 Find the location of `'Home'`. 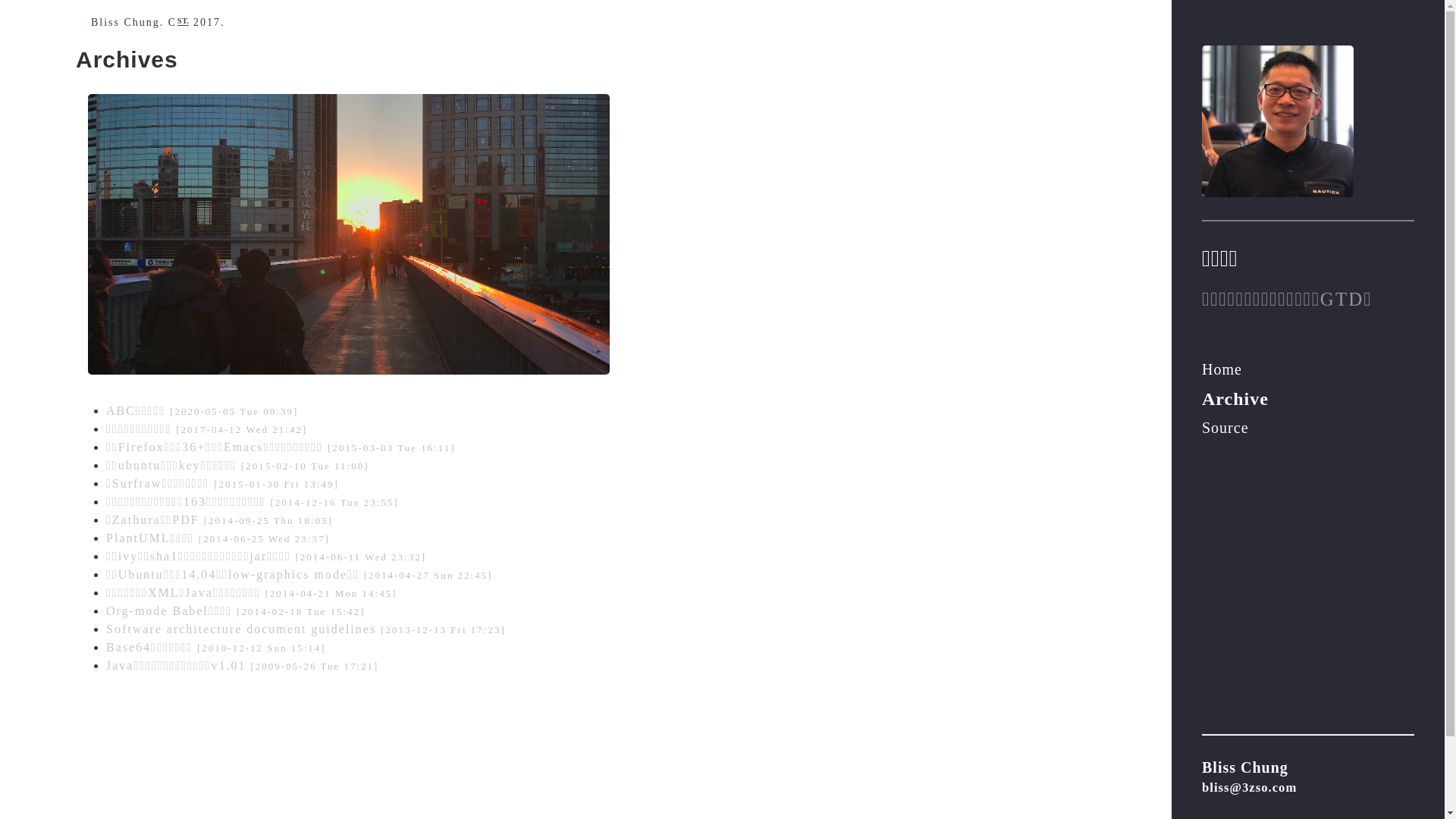

'Home' is located at coordinates (1200, 369).